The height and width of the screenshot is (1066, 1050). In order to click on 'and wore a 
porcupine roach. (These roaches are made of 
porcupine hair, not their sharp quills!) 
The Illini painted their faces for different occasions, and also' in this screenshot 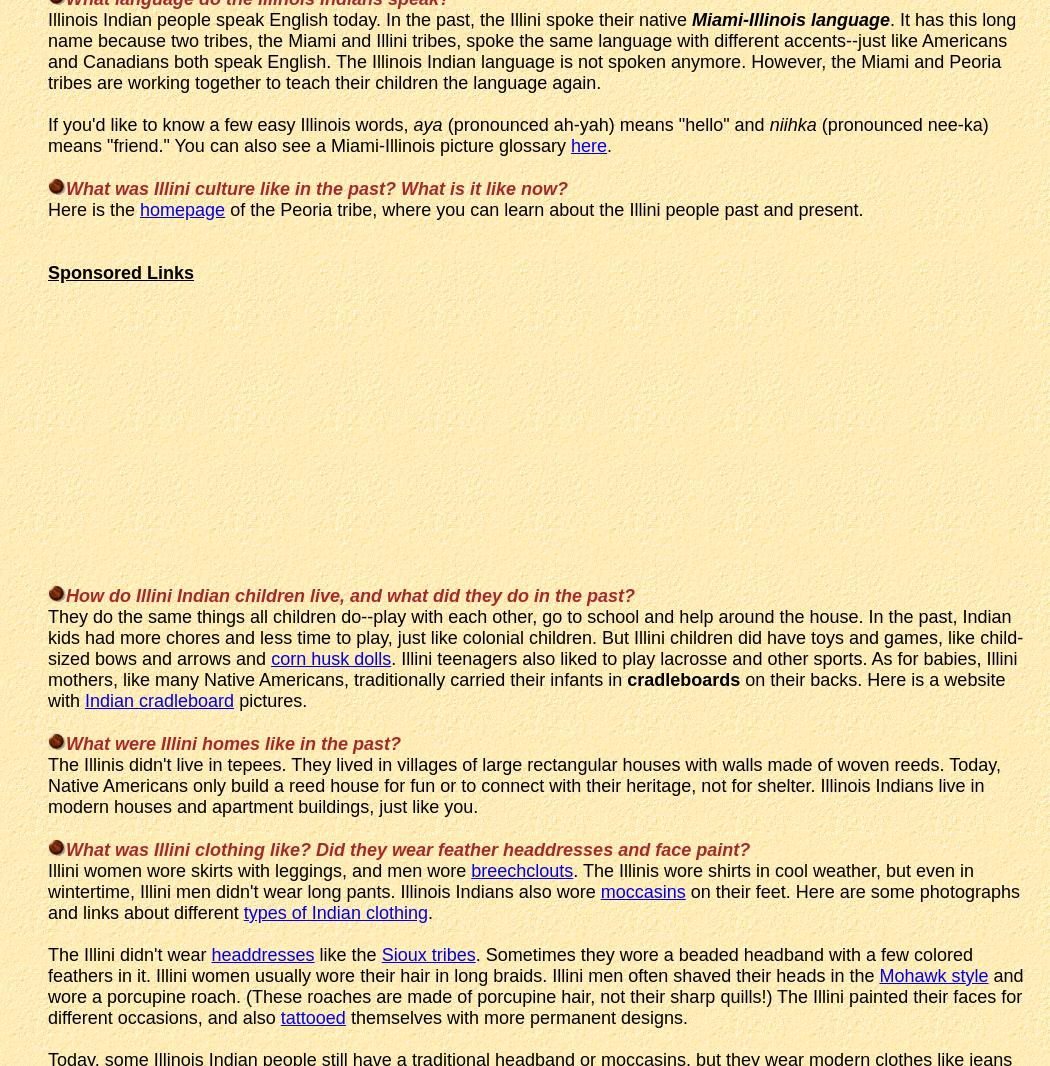, I will do `click(535, 995)`.